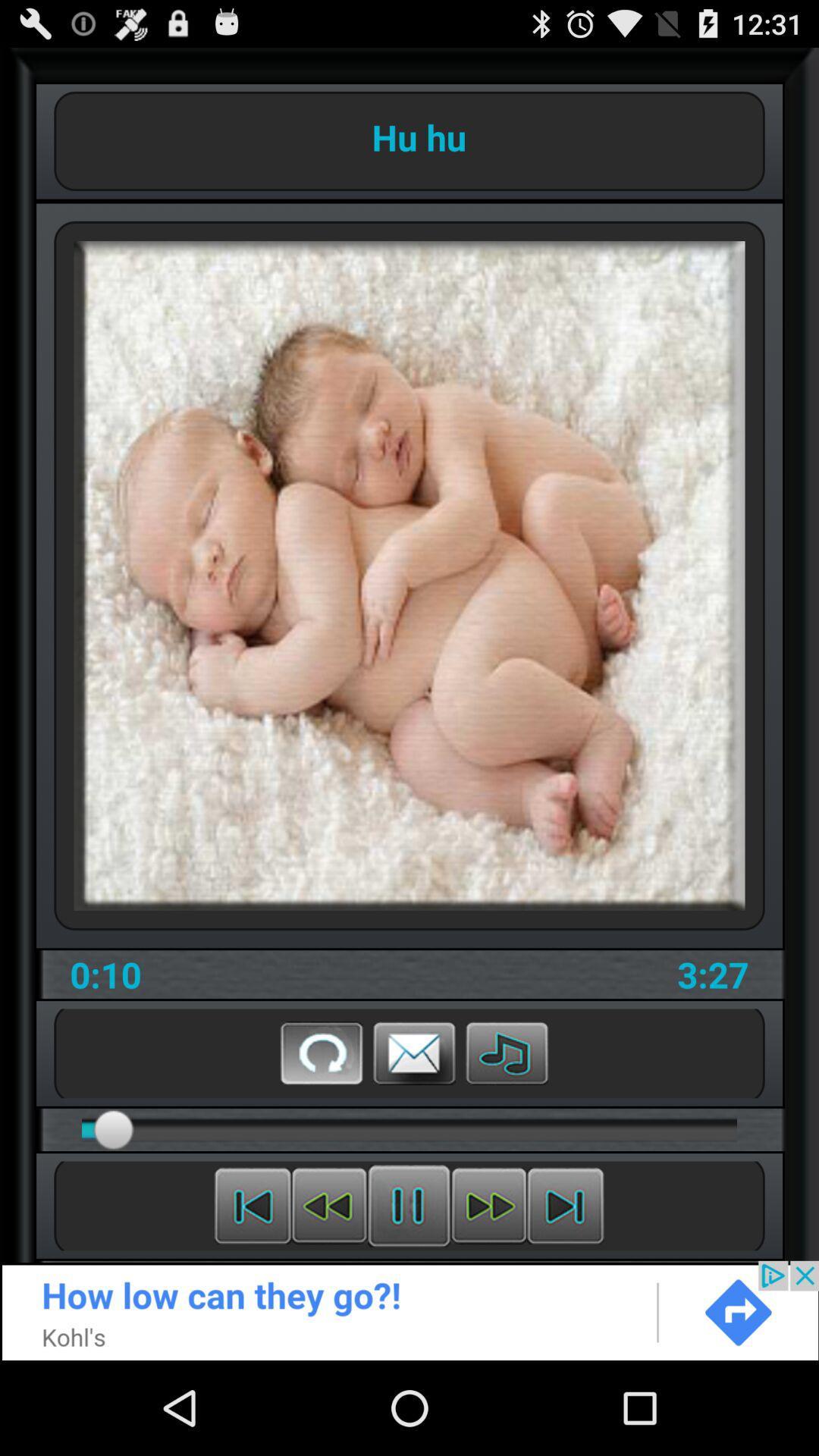 The width and height of the screenshot is (819, 1456). I want to click on skip to next track, so click(565, 1205).